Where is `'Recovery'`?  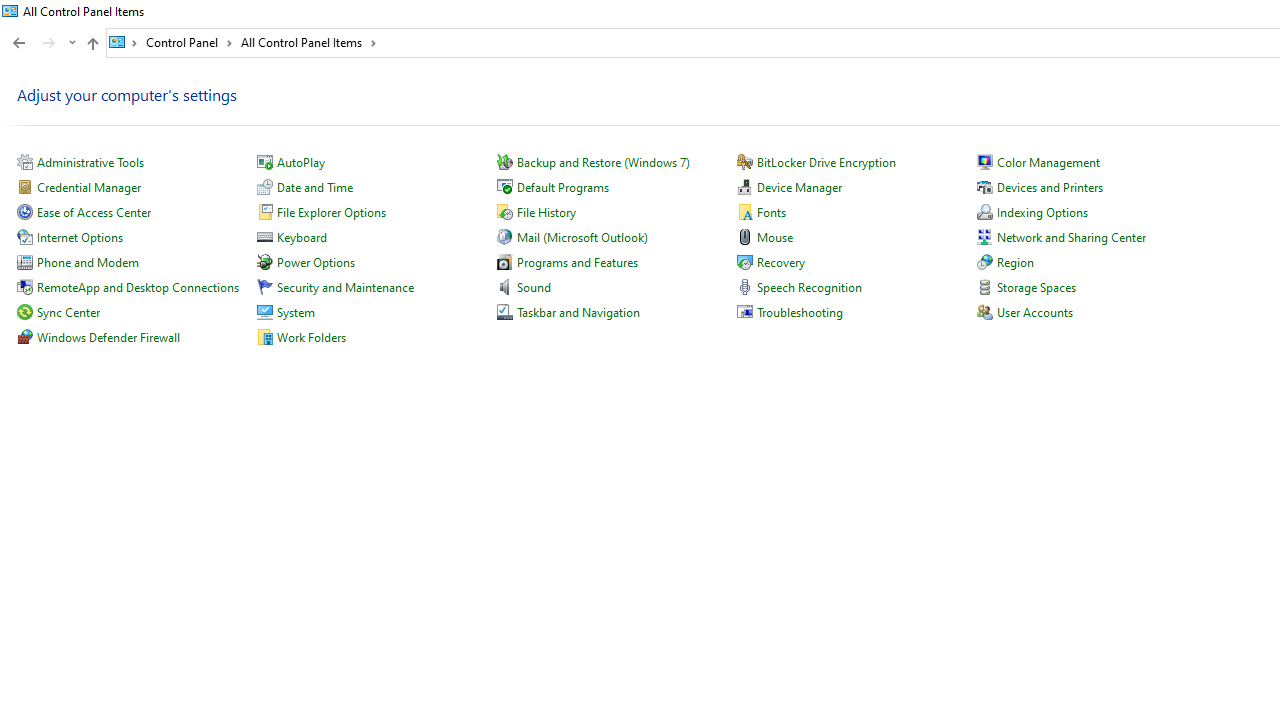
'Recovery' is located at coordinates (779, 261).